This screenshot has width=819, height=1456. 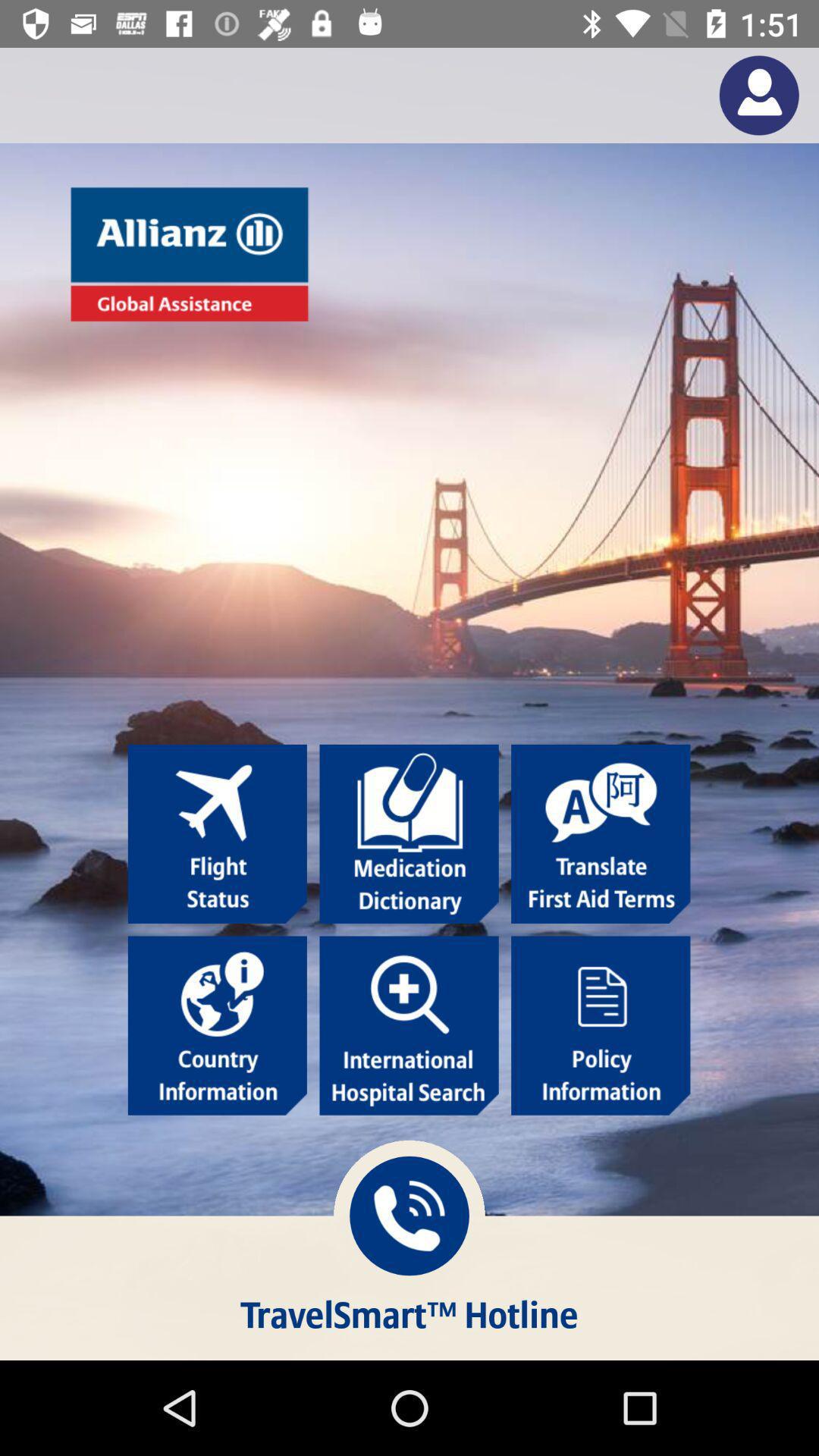 What do you see at coordinates (759, 94) in the screenshot?
I see `the contact` at bounding box center [759, 94].